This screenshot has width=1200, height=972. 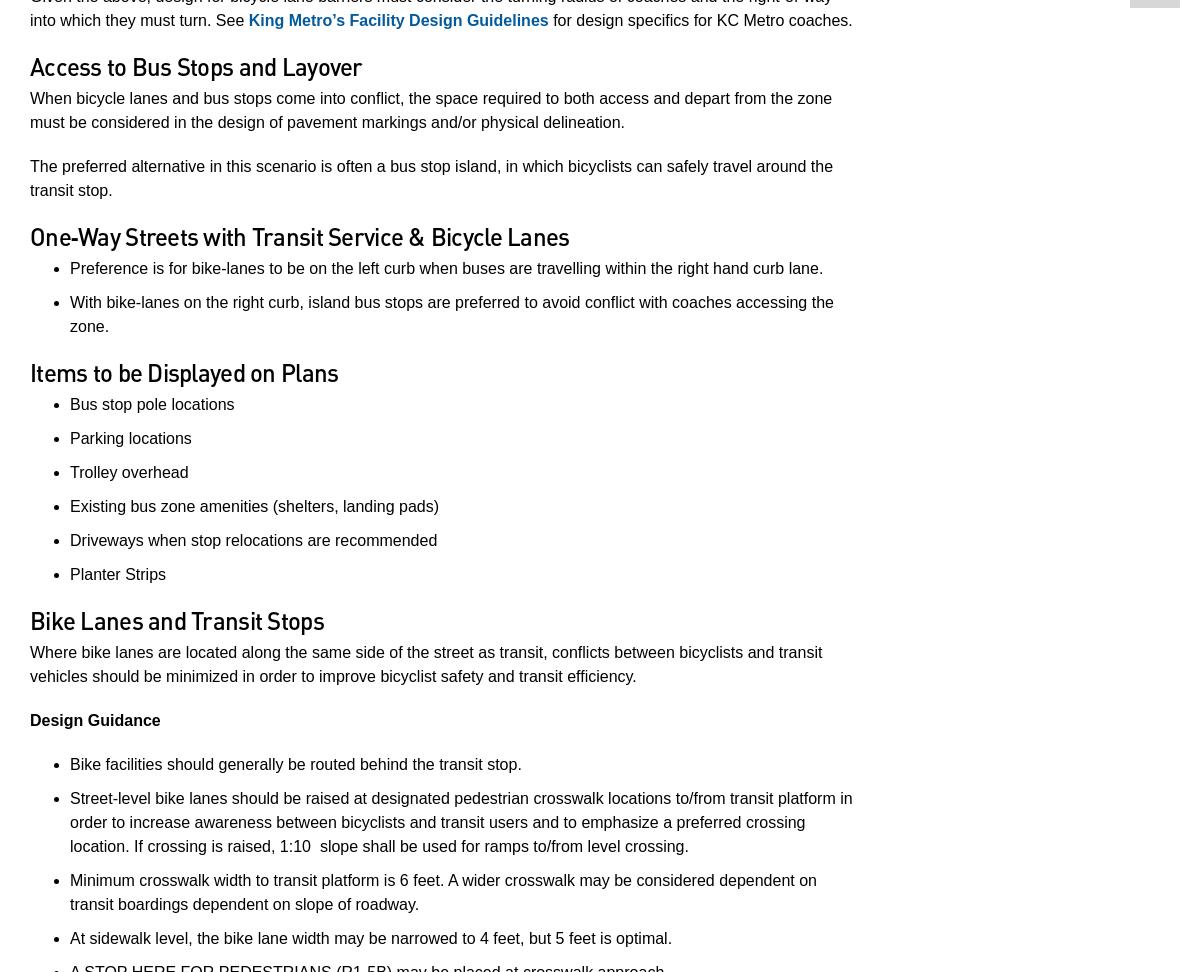 What do you see at coordinates (450, 312) in the screenshot?
I see `'With bike‐lanes on the right curb, island bus stops are preferred to avoid conflict with coaches accessing the zone.'` at bounding box center [450, 312].